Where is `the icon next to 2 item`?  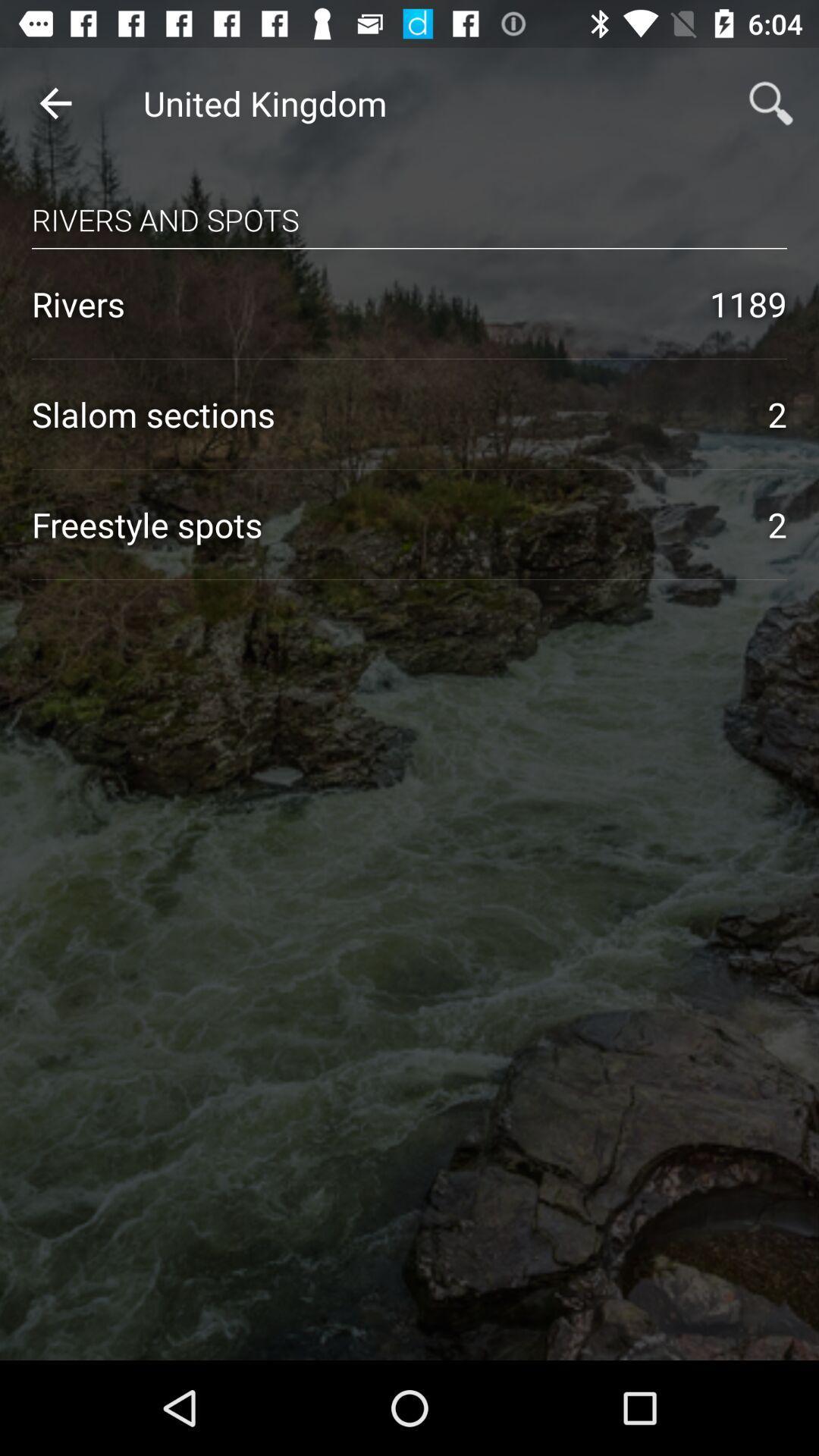
the icon next to 2 item is located at coordinates (383, 524).